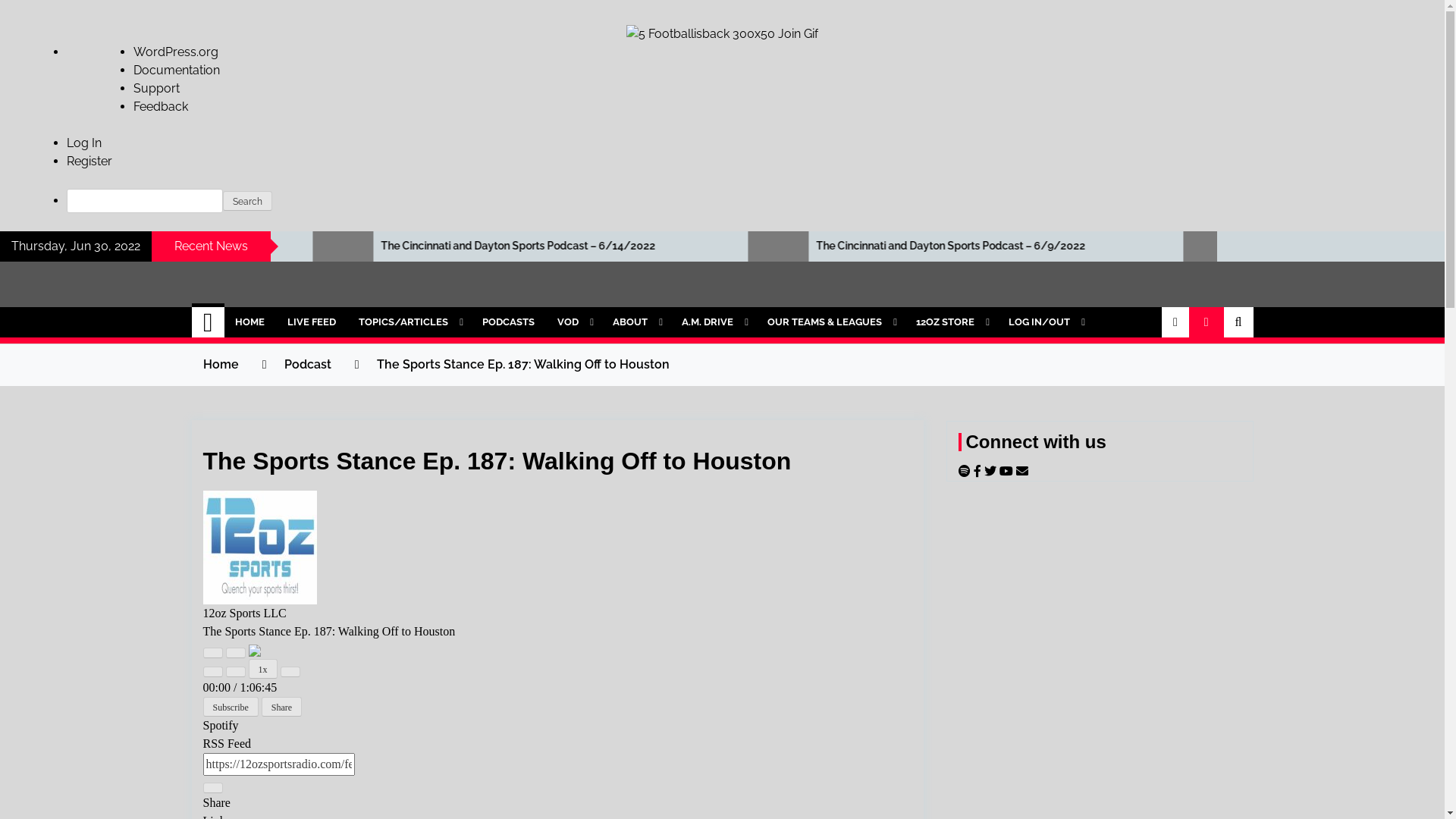 Image resolution: width=1456 pixels, height=819 pixels. I want to click on 'ABOUT', so click(600, 321).